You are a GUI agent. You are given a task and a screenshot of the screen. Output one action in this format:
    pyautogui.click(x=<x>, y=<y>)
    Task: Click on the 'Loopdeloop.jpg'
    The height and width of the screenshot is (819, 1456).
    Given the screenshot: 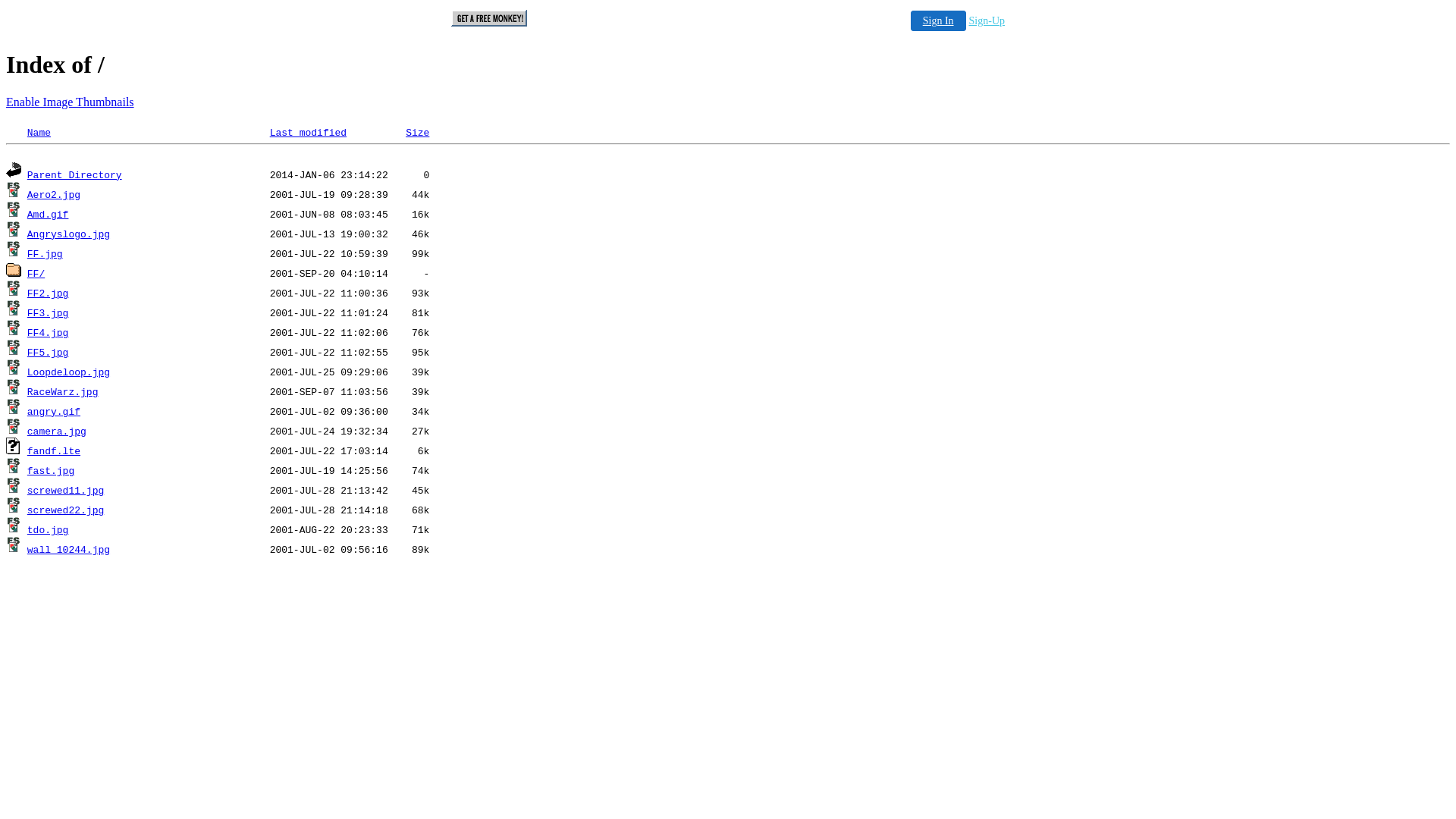 What is the action you would take?
    pyautogui.click(x=67, y=372)
    